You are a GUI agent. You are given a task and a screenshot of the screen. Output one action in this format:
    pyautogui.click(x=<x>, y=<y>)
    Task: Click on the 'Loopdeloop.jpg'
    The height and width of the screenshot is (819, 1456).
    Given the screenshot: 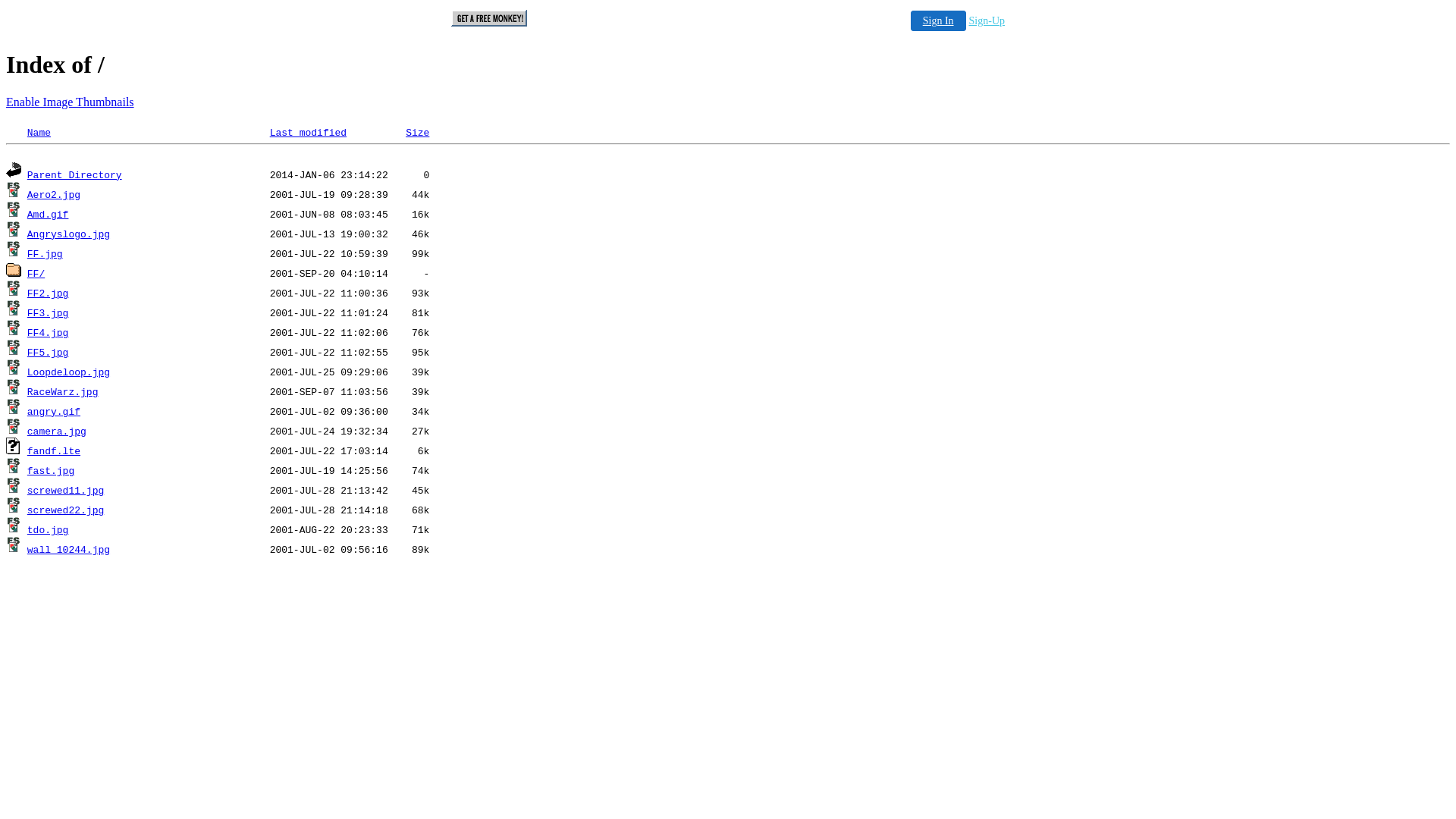 What is the action you would take?
    pyautogui.click(x=67, y=372)
    